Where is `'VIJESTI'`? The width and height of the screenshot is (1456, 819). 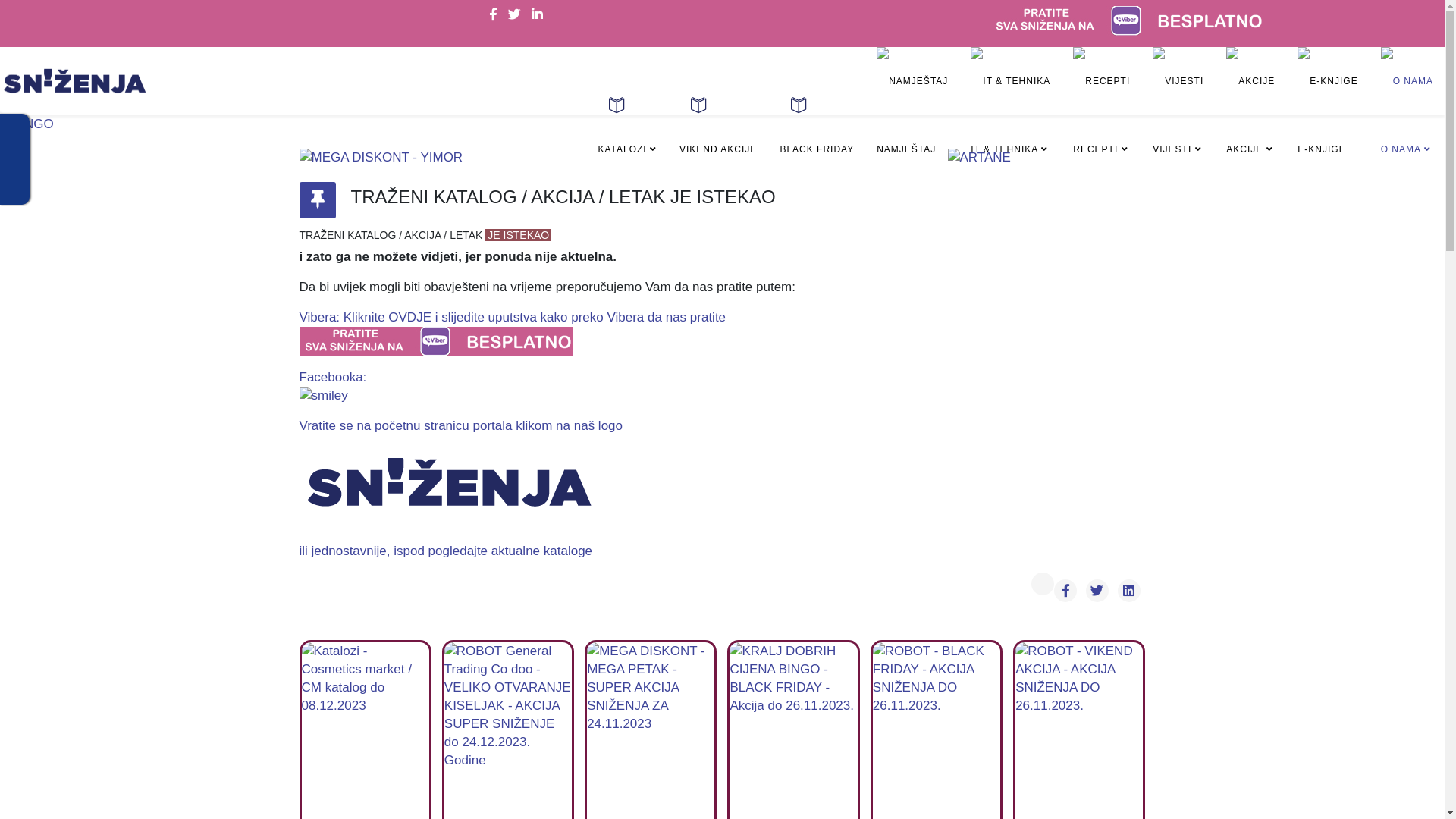
'VIJESTI' is located at coordinates (1177, 114).